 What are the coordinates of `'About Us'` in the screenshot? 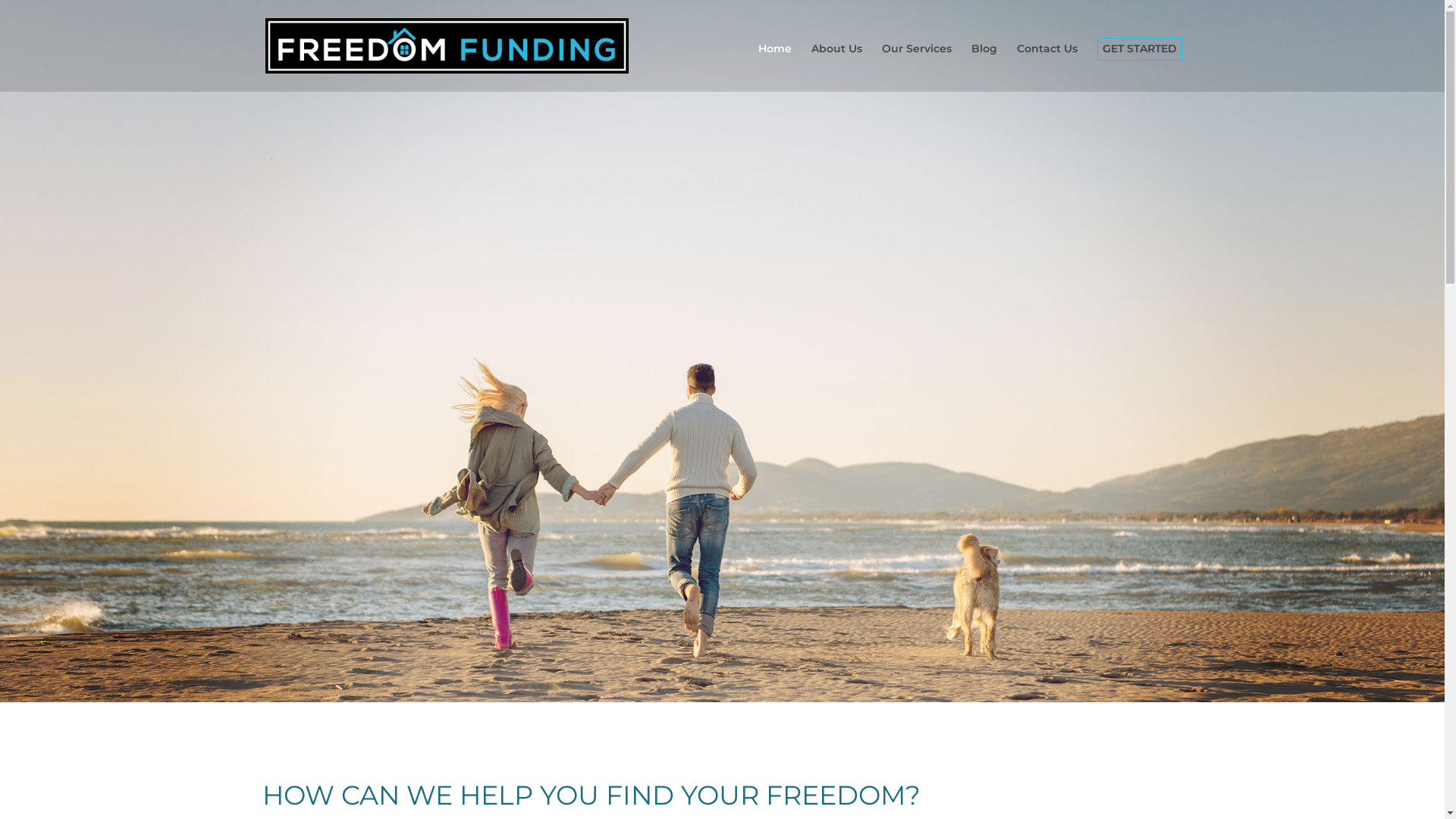 It's located at (836, 66).